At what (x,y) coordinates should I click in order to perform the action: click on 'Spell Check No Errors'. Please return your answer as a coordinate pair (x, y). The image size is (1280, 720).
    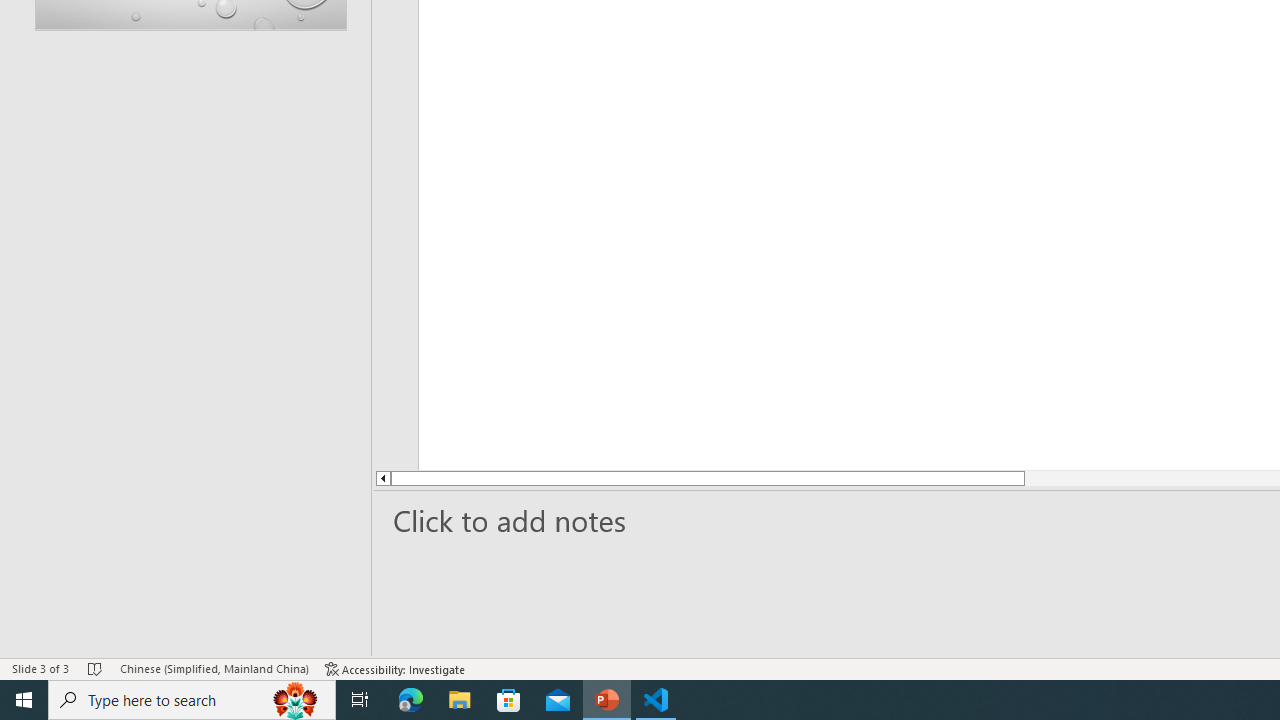
    Looking at the image, I should click on (95, 669).